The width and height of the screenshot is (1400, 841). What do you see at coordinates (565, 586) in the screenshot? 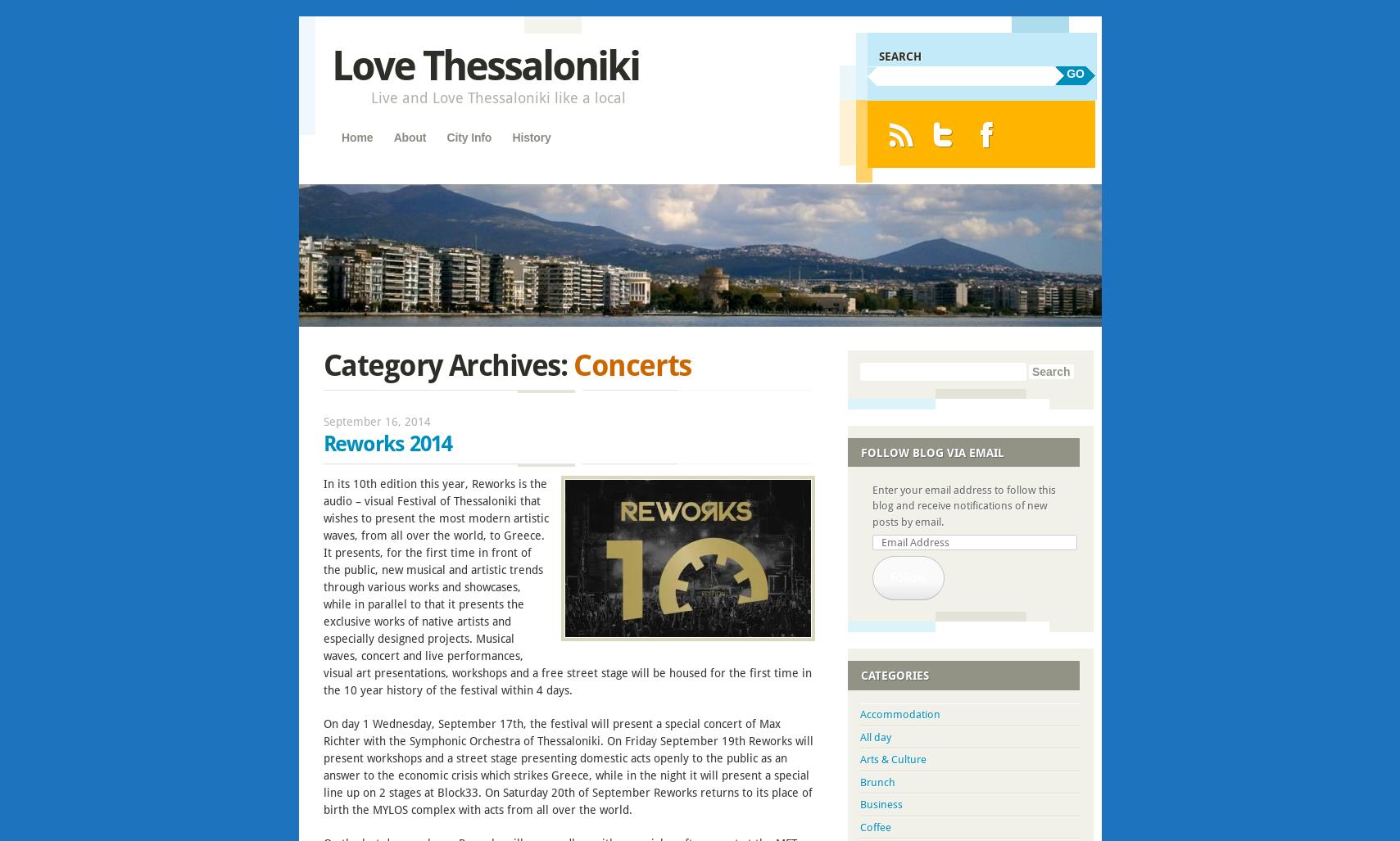
I see `'In its 10th edition this year, Reworks is the audio – visual Festival of Thessaloniki that wishes to present the most modern artistic waves, from all over the world, to Greece. It presents, for the first time in front of the public, new musical and artistic trends through various works and showcases, while in parallel to that it presents the exclusive works of native artists and especially designed projects. Musical waves, concert and live performances, visual art presentations, workshops and a free street stage will be housed for the first time in the 10 year history of the festival within 4 days.'` at bounding box center [565, 586].